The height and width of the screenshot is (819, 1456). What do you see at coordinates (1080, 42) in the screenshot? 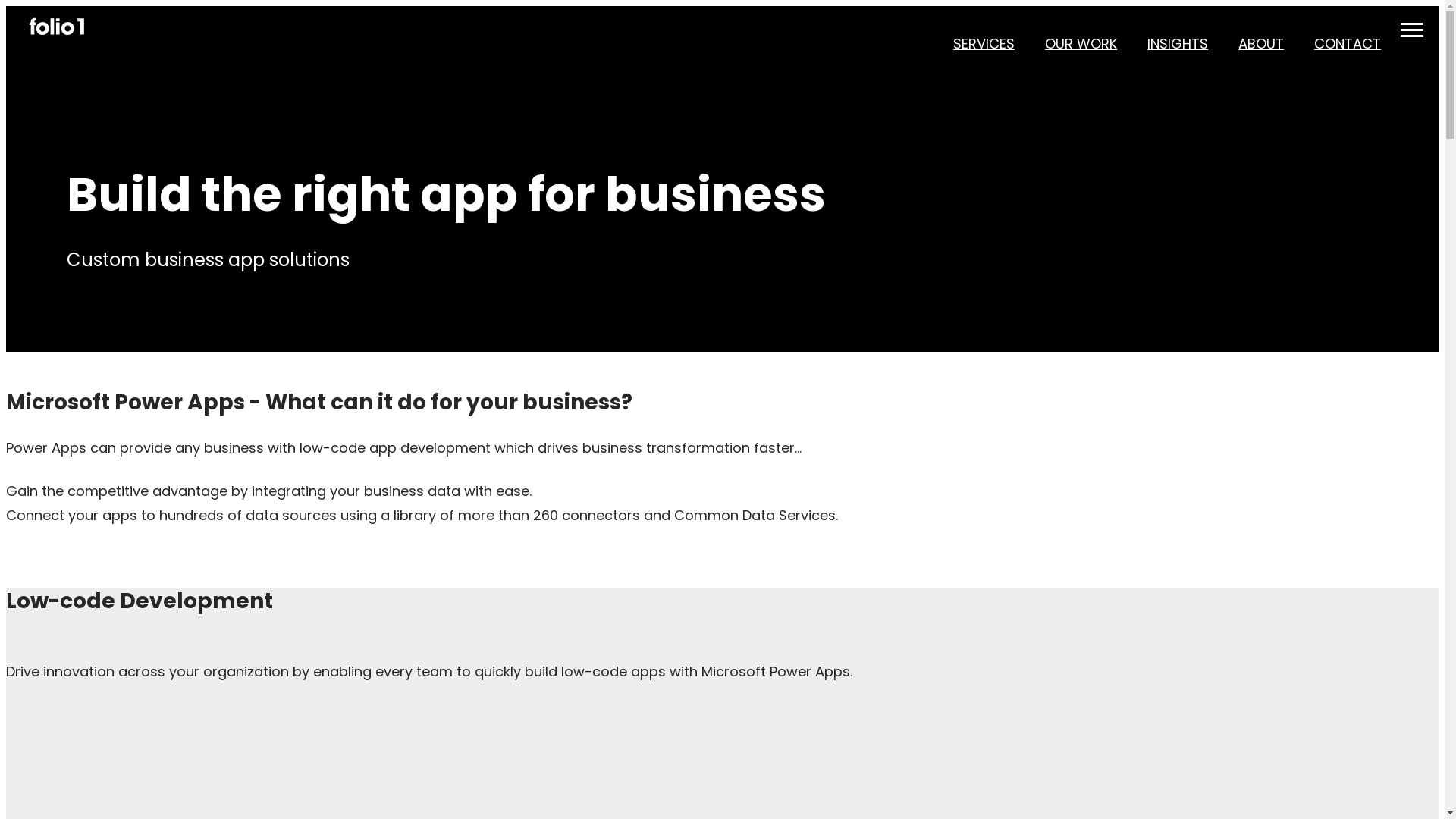
I see `'OUR WORK'` at bounding box center [1080, 42].